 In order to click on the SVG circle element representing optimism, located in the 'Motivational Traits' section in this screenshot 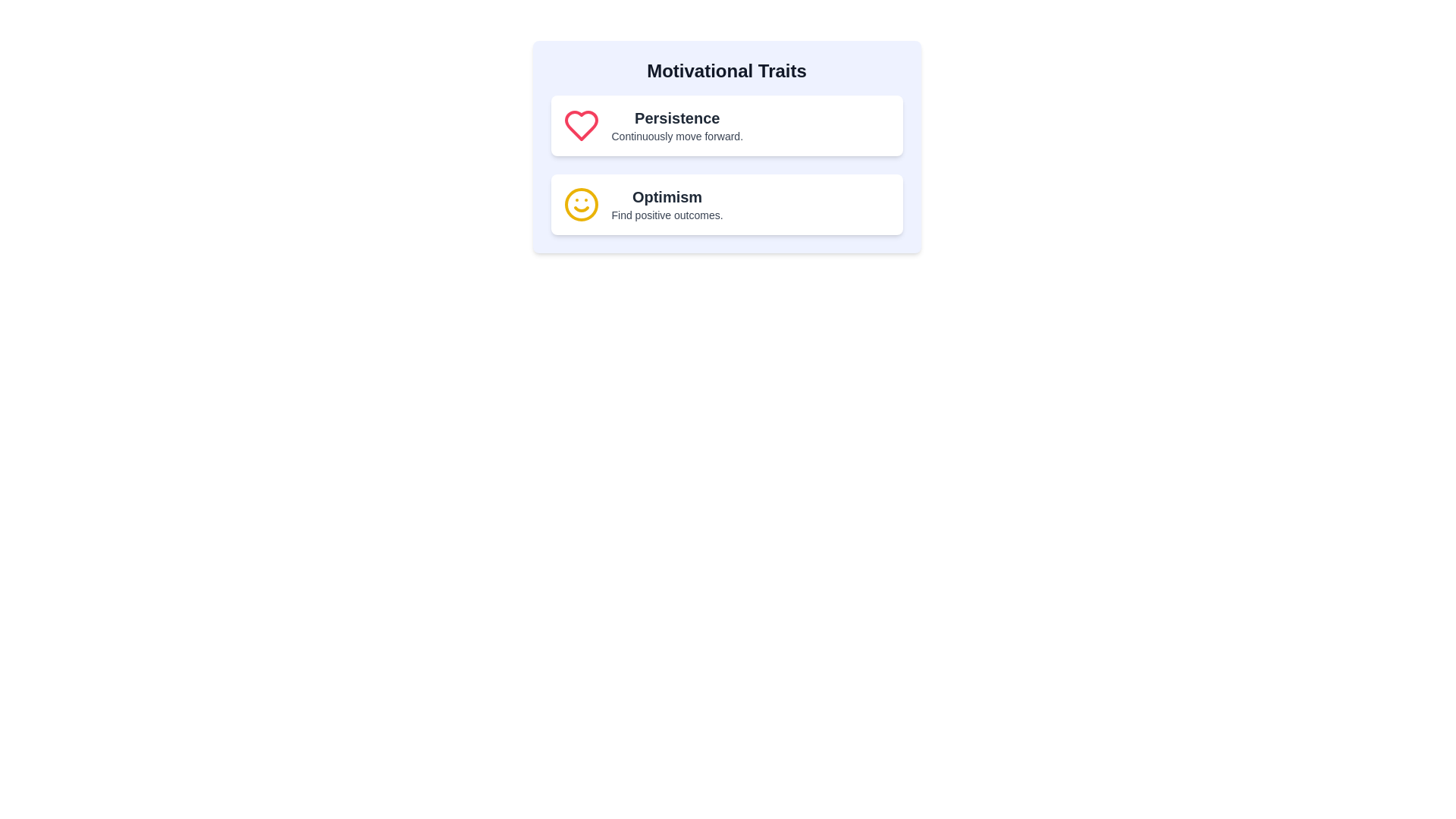, I will do `click(580, 205)`.